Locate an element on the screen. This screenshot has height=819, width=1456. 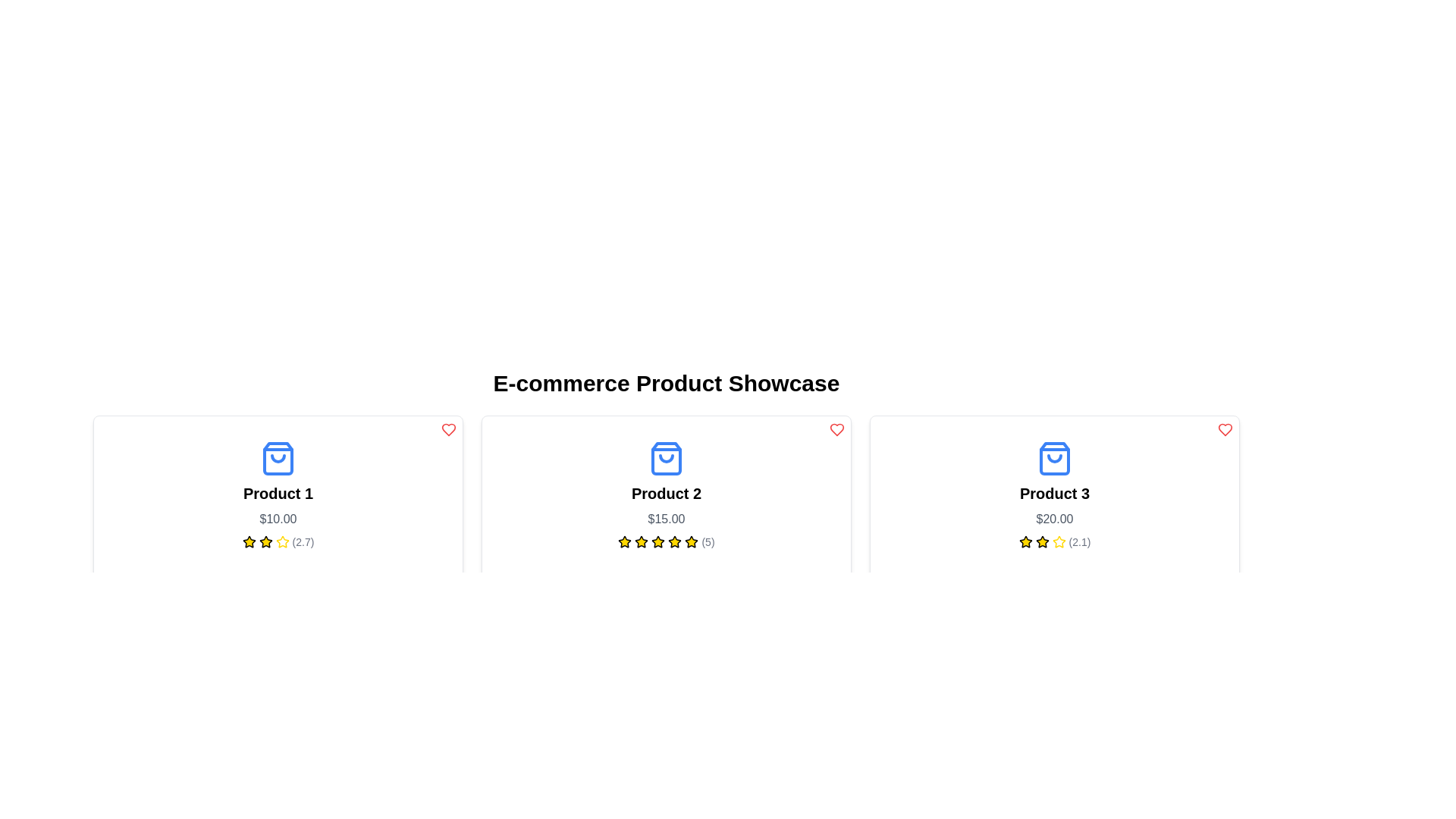
the heart-shaped icon outlined in red located in the top-right corner of the card displaying 'Product 1' for keyboard interaction is located at coordinates (447, 430).